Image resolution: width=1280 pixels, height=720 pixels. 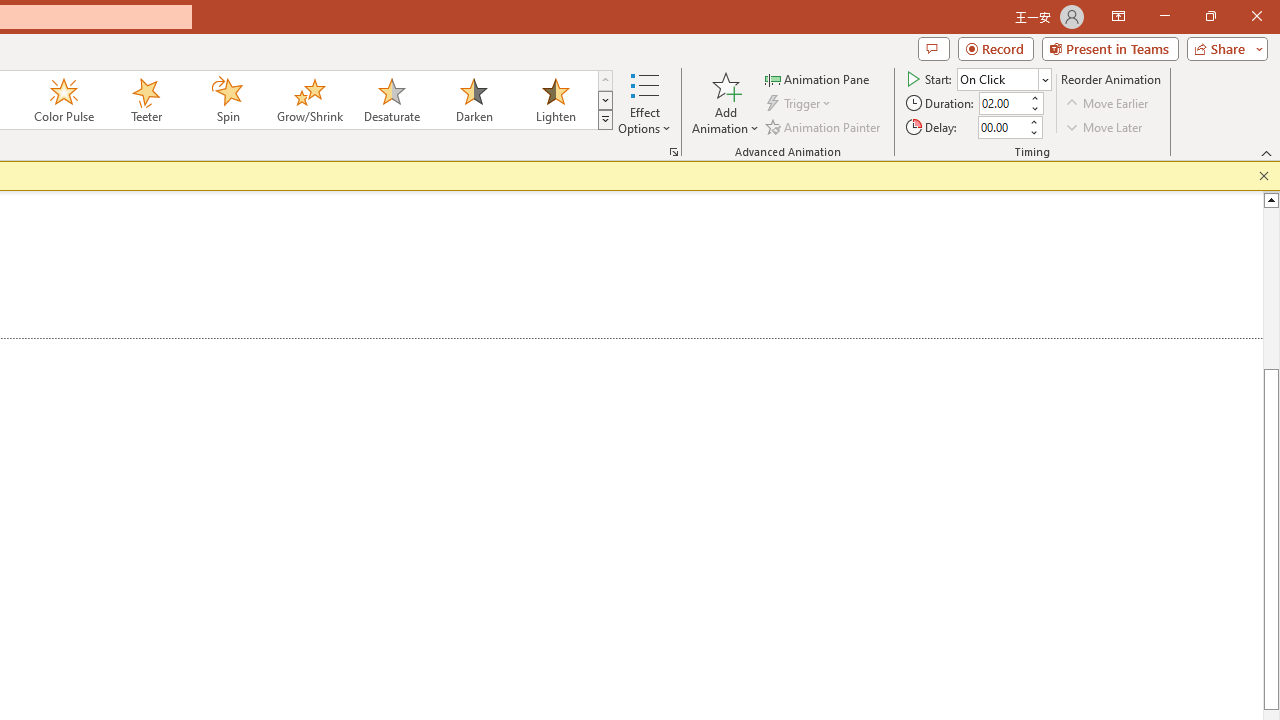 What do you see at coordinates (724, 103) in the screenshot?
I see `'Add Animation'` at bounding box center [724, 103].